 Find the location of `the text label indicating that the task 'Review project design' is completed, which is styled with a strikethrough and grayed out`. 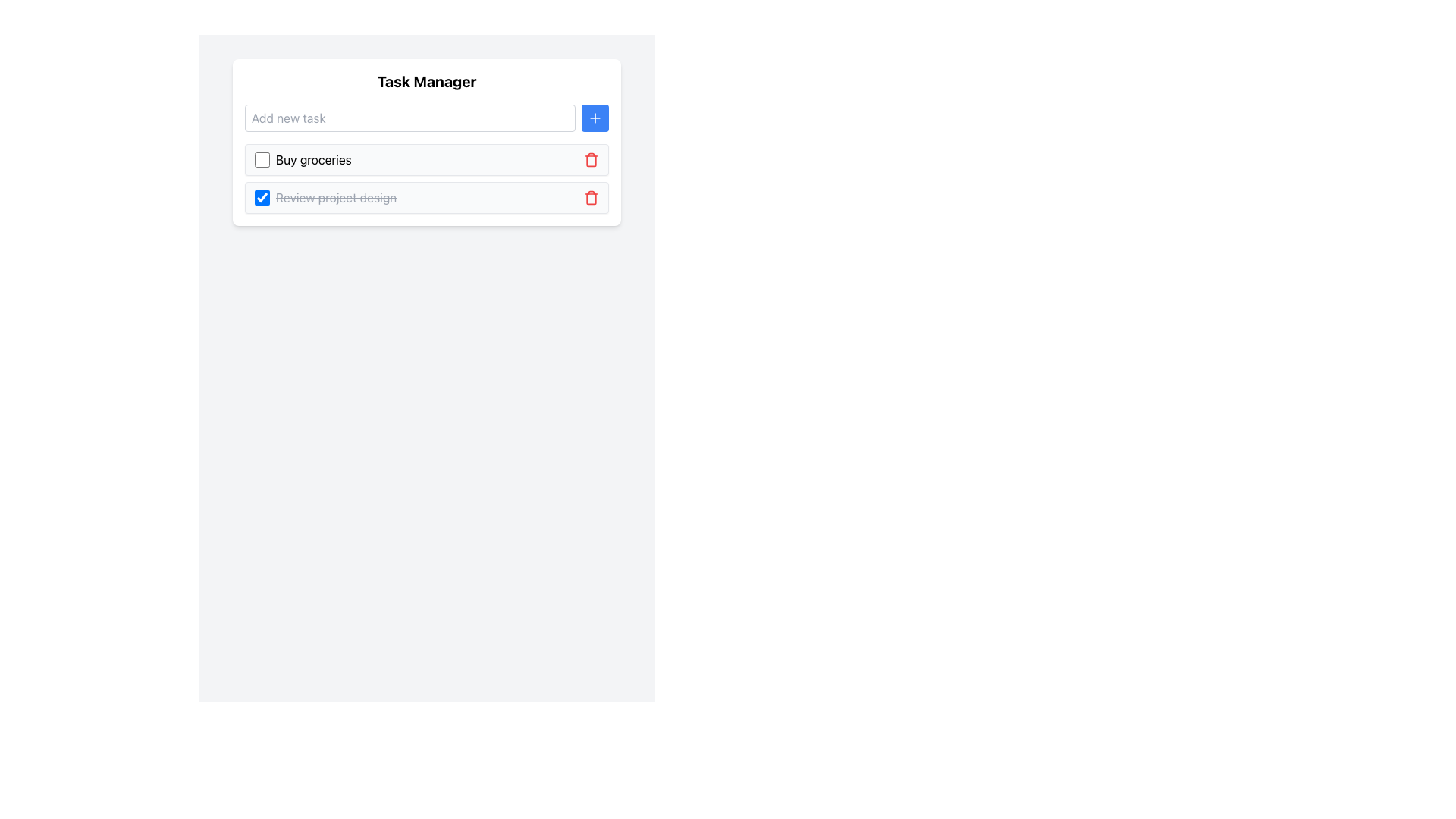

the text label indicating that the task 'Review project design' is completed, which is styled with a strikethrough and grayed out is located at coordinates (335, 197).